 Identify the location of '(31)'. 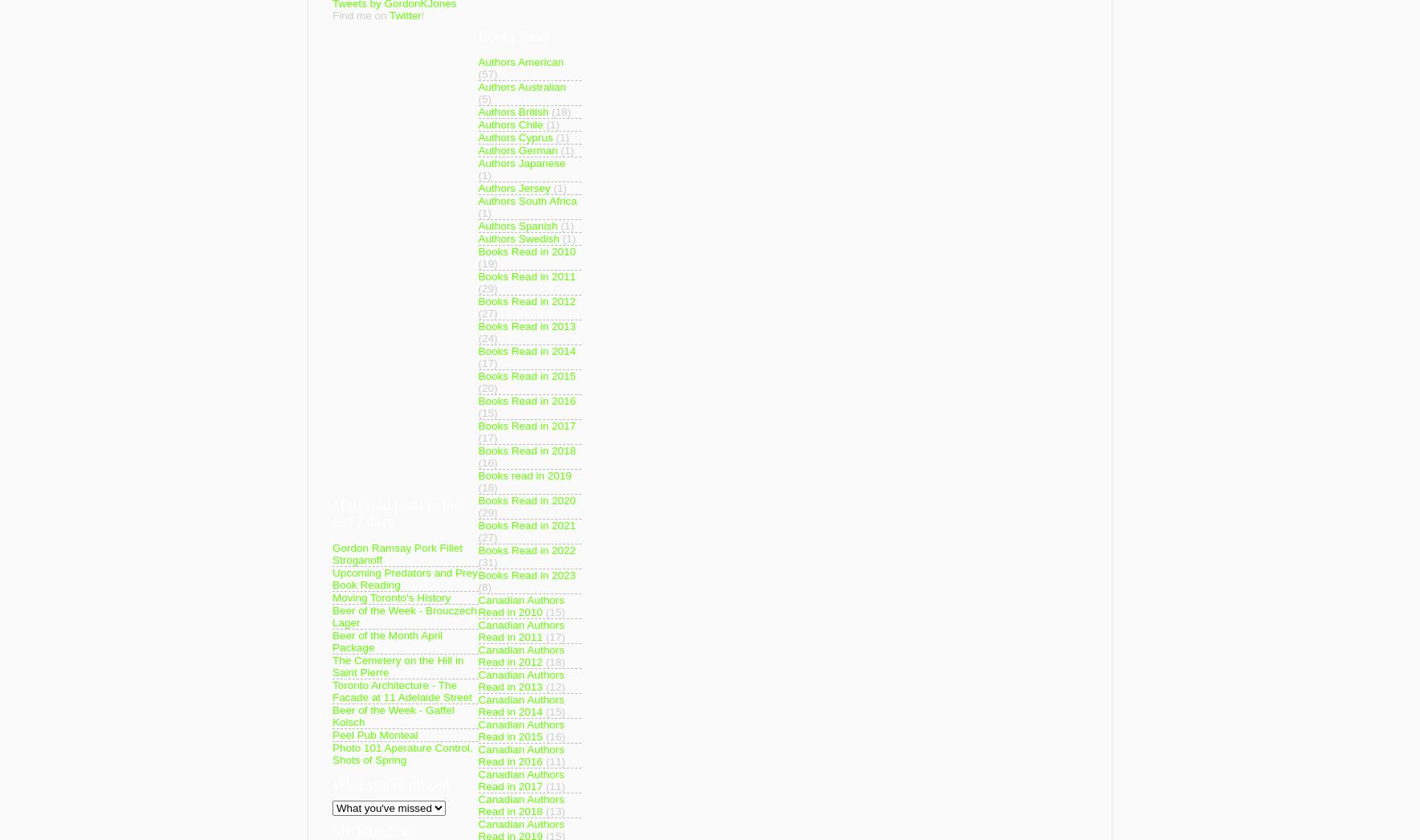
(486, 562).